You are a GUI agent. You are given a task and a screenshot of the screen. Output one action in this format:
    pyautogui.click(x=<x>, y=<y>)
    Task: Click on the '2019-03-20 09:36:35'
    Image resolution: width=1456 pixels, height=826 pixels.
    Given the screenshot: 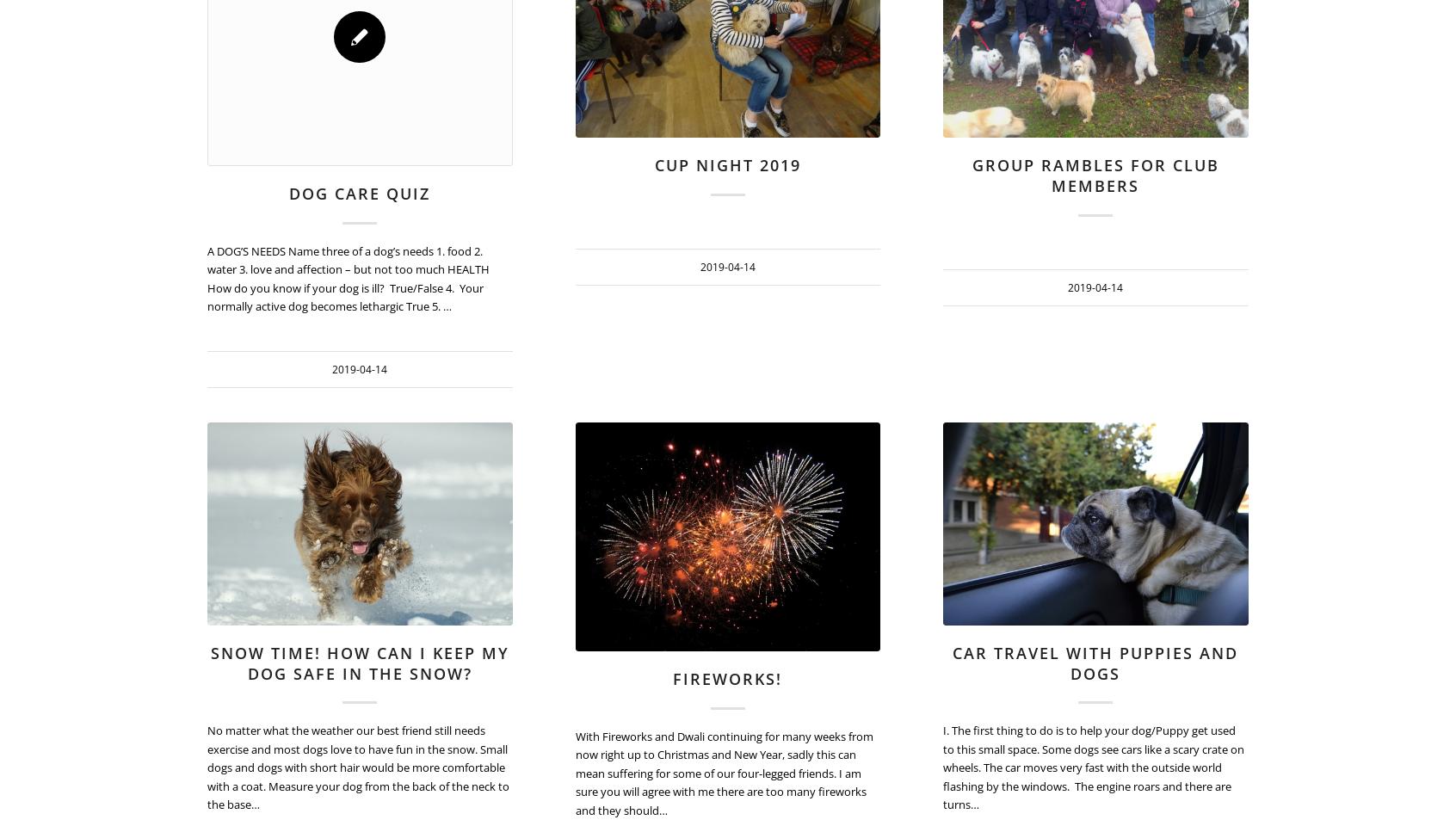 What is the action you would take?
    pyautogui.click(x=1335, y=17)
    